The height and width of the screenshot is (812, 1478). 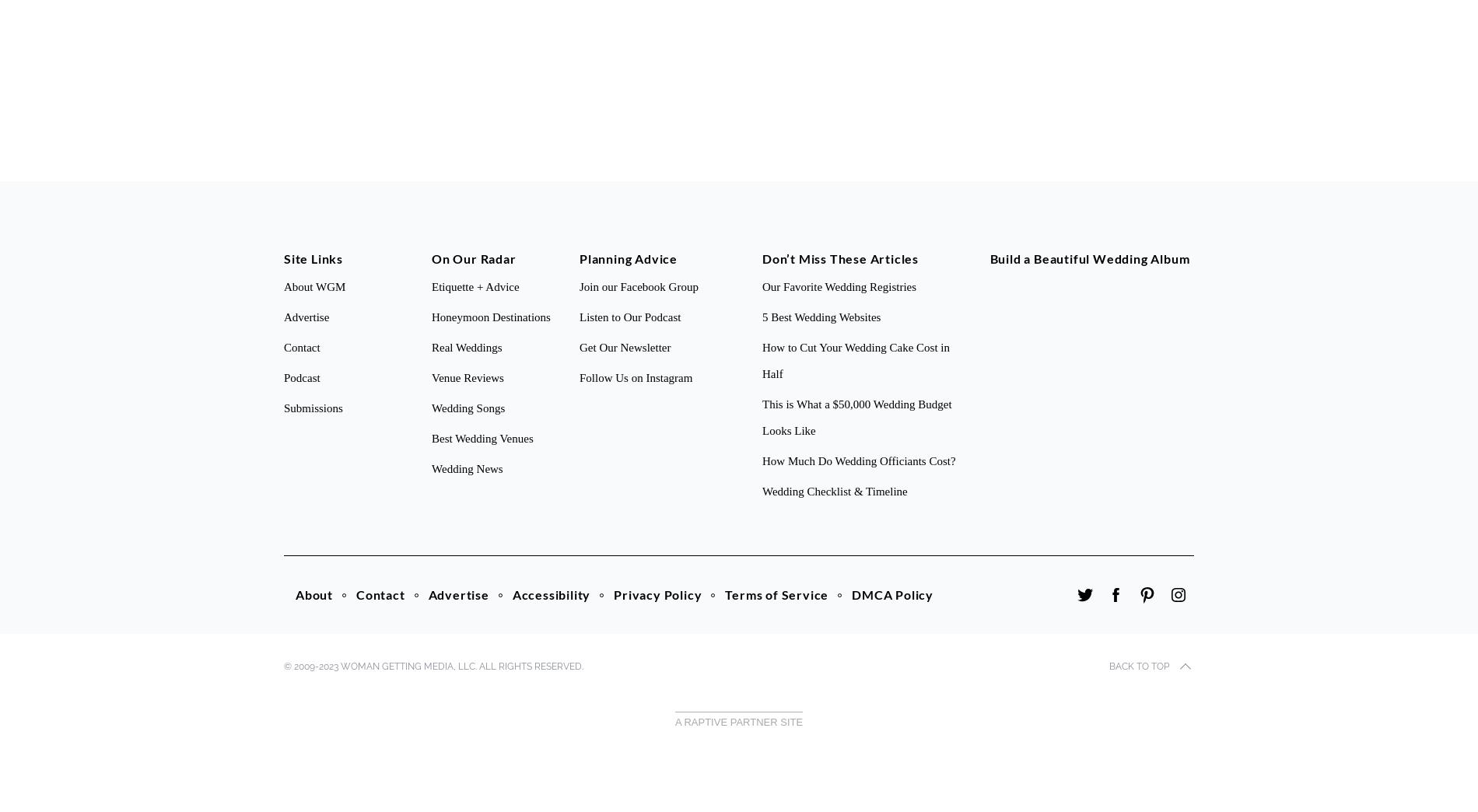 I want to click on 'Honeymoon Destinations', so click(x=431, y=316).